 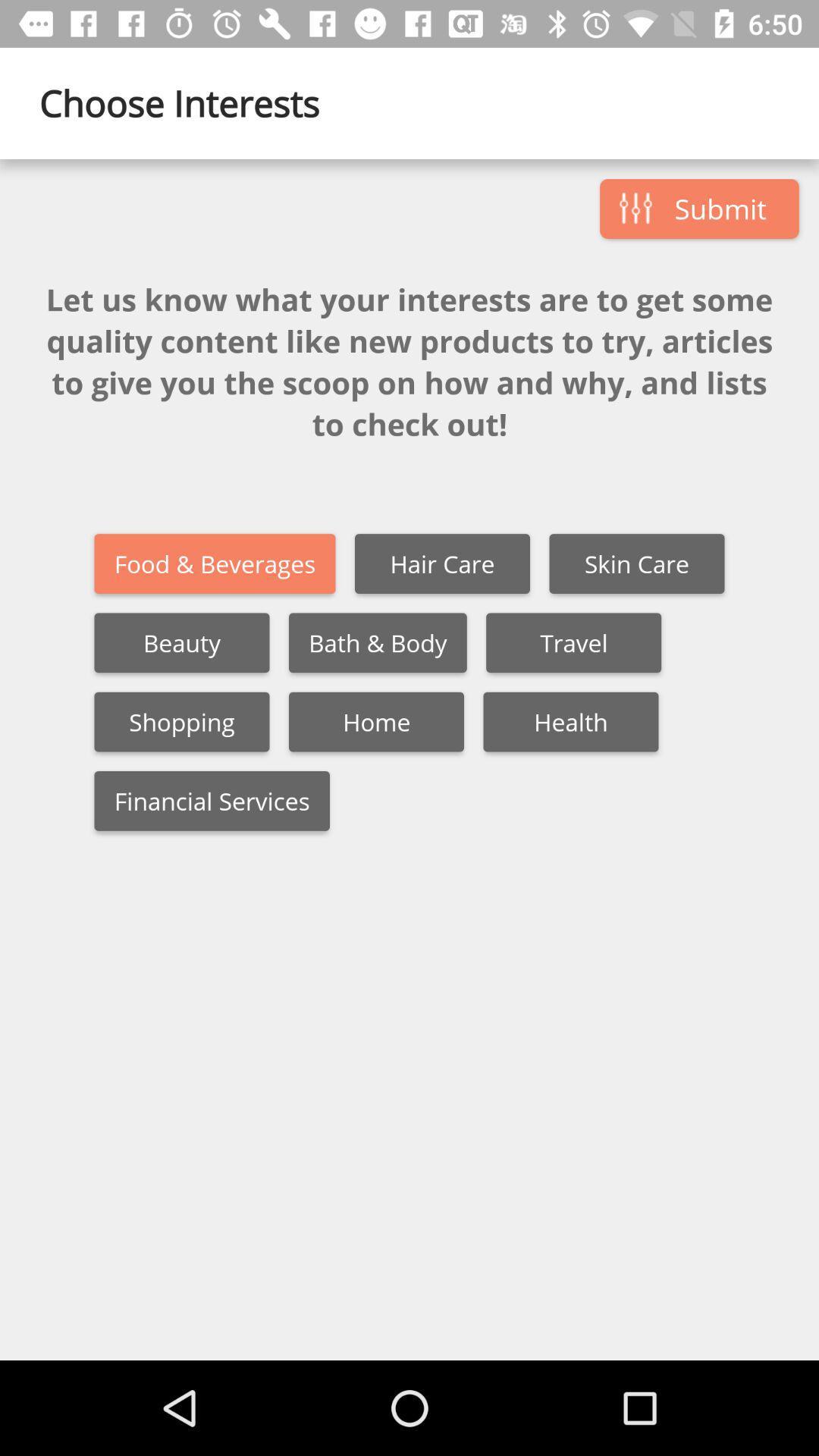 What do you see at coordinates (573, 642) in the screenshot?
I see `travel` at bounding box center [573, 642].